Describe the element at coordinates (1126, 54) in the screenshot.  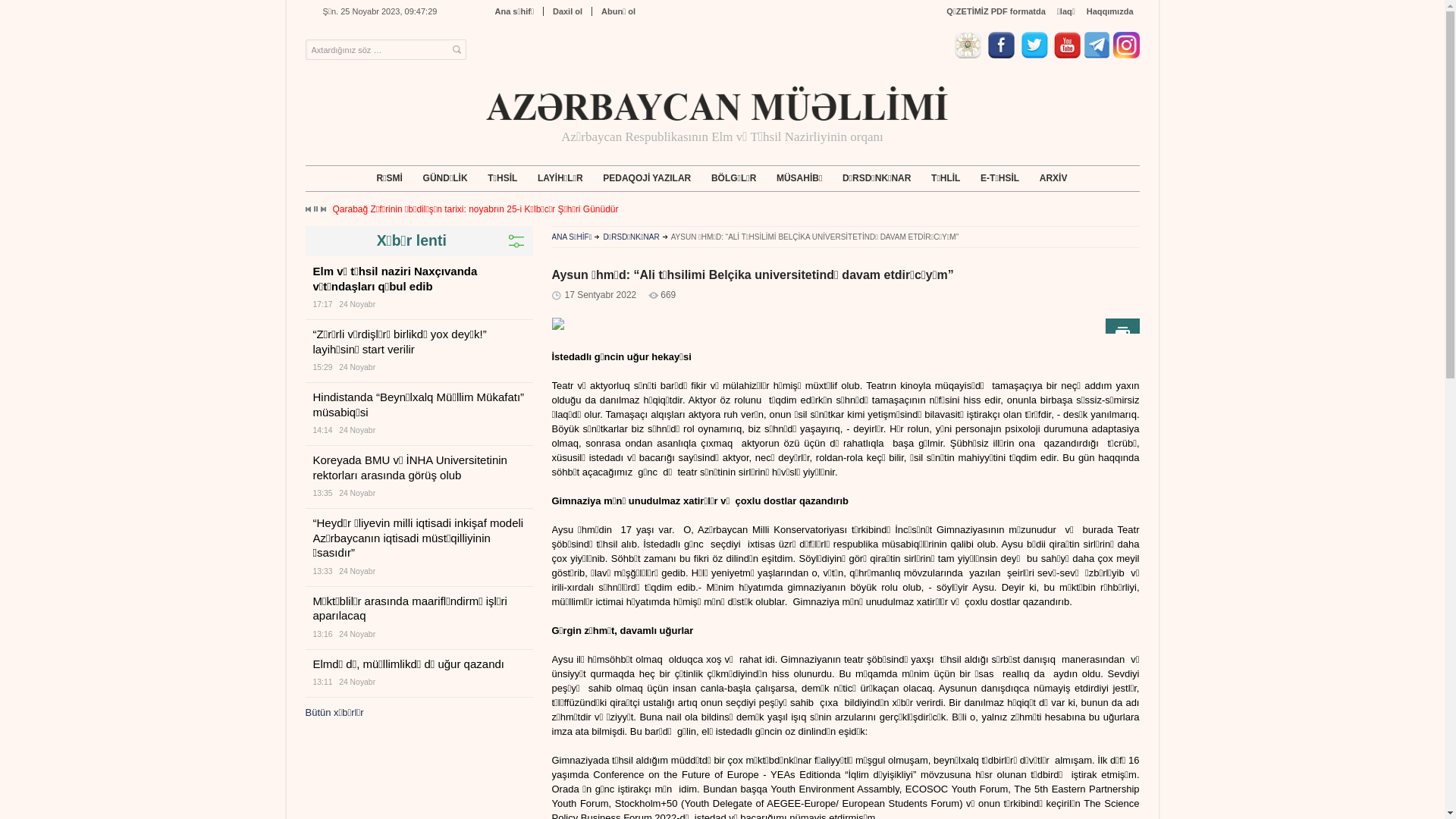
I see `'Instagram'` at that location.